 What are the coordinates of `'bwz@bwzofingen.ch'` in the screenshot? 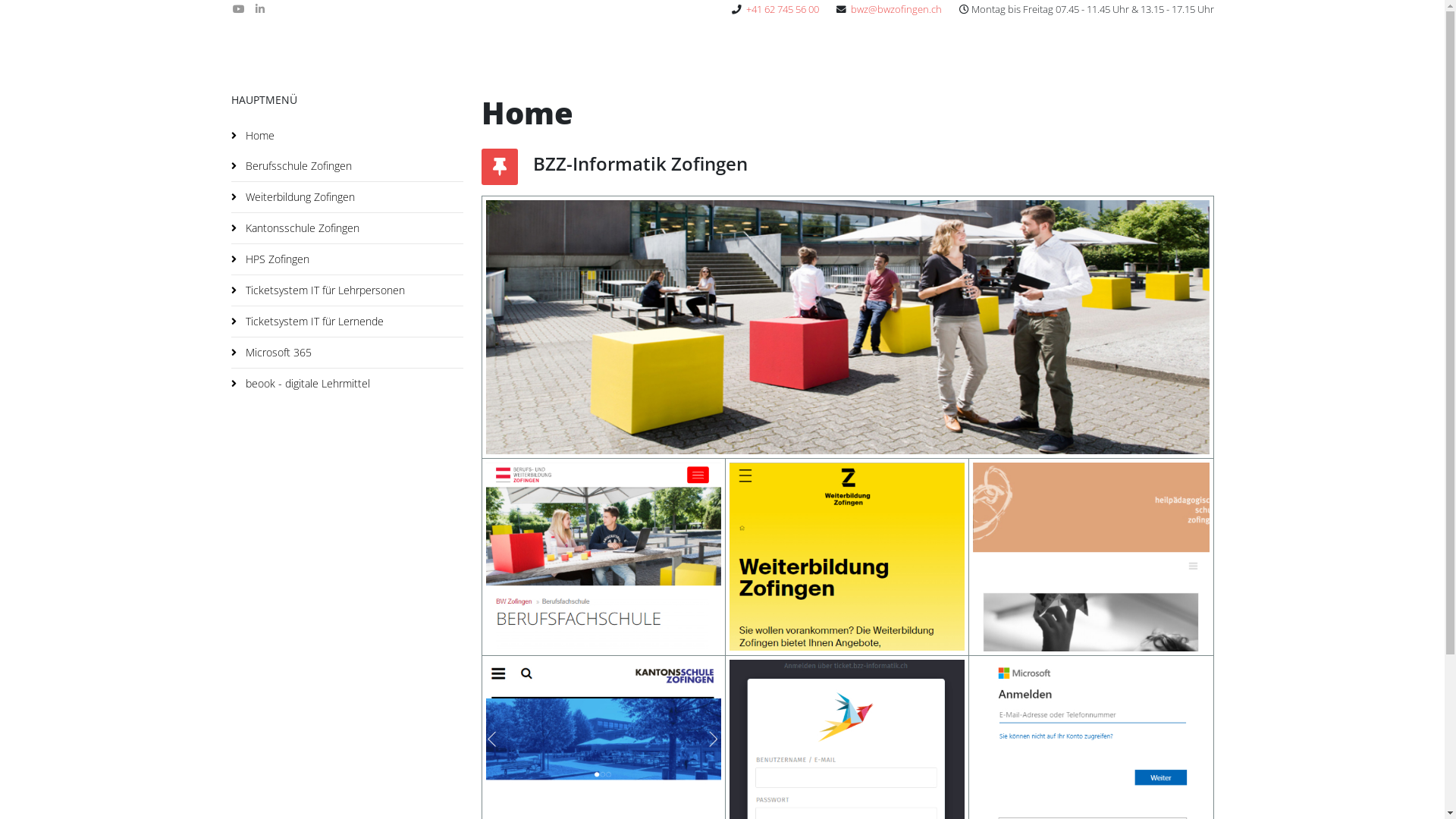 It's located at (896, 9).